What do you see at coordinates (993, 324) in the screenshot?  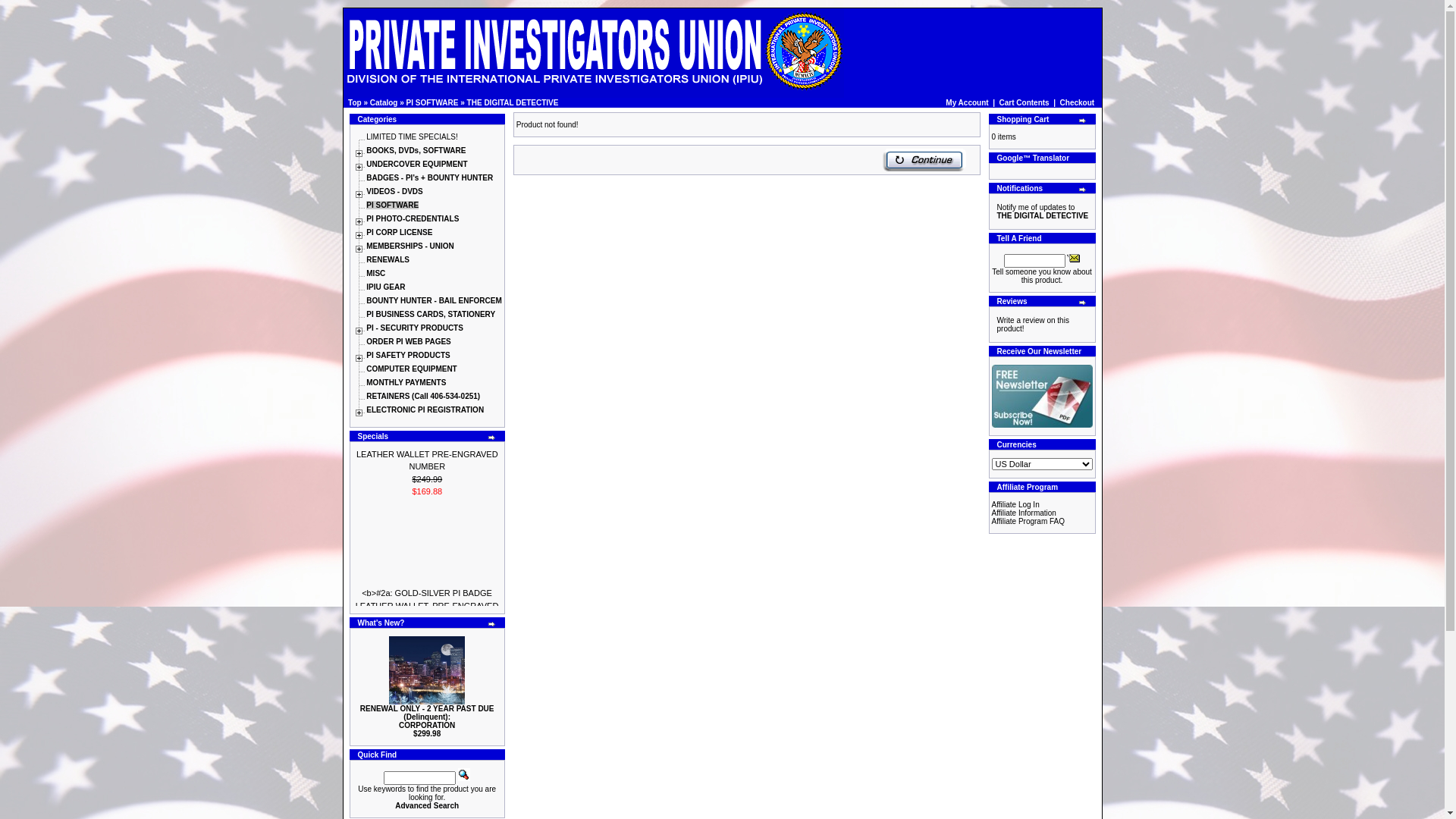 I see `' Write Review '` at bounding box center [993, 324].